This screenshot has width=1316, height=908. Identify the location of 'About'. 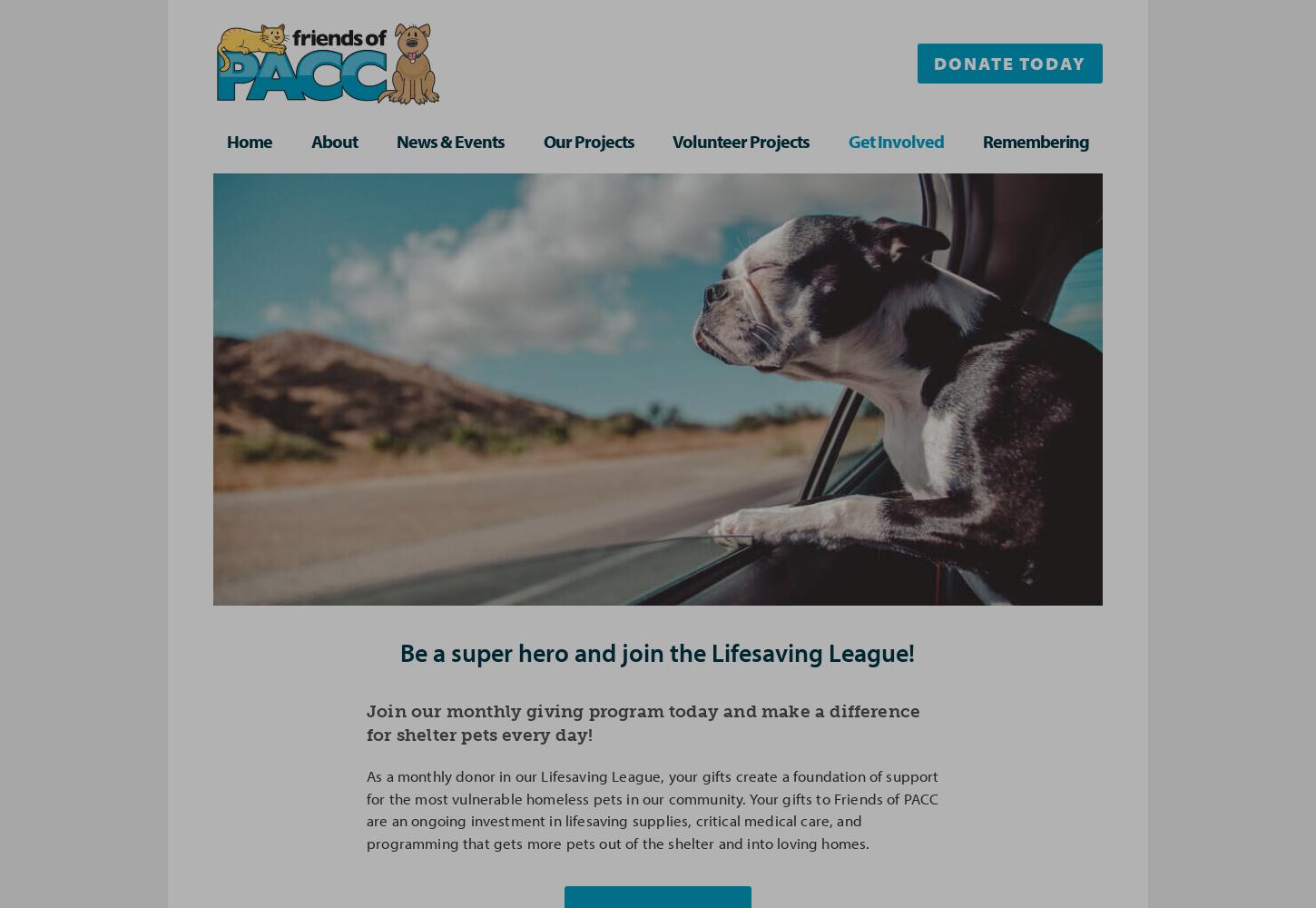
(332, 140).